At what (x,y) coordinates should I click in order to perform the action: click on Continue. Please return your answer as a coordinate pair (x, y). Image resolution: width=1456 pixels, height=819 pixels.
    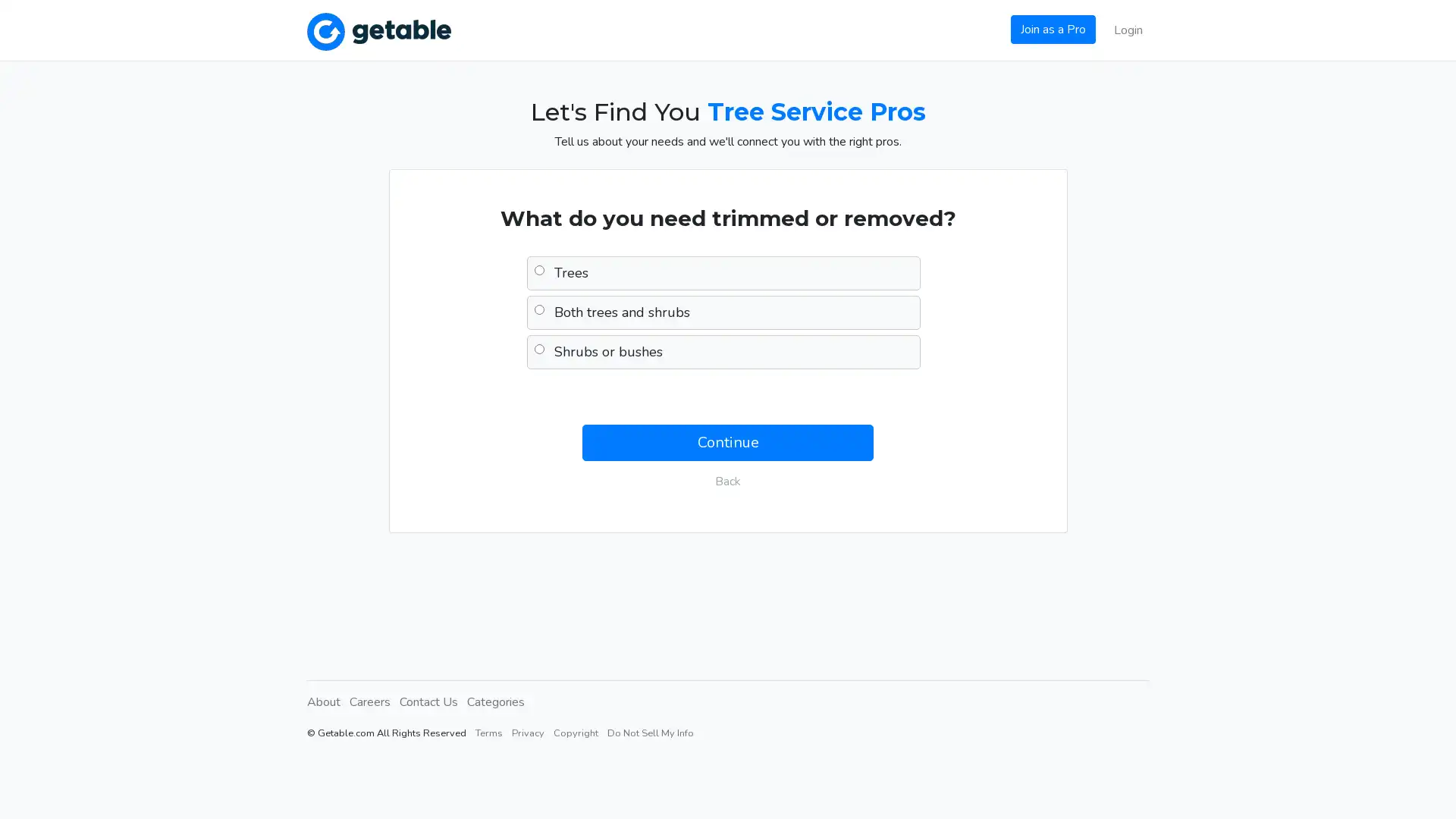
    Looking at the image, I should click on (726, 442).